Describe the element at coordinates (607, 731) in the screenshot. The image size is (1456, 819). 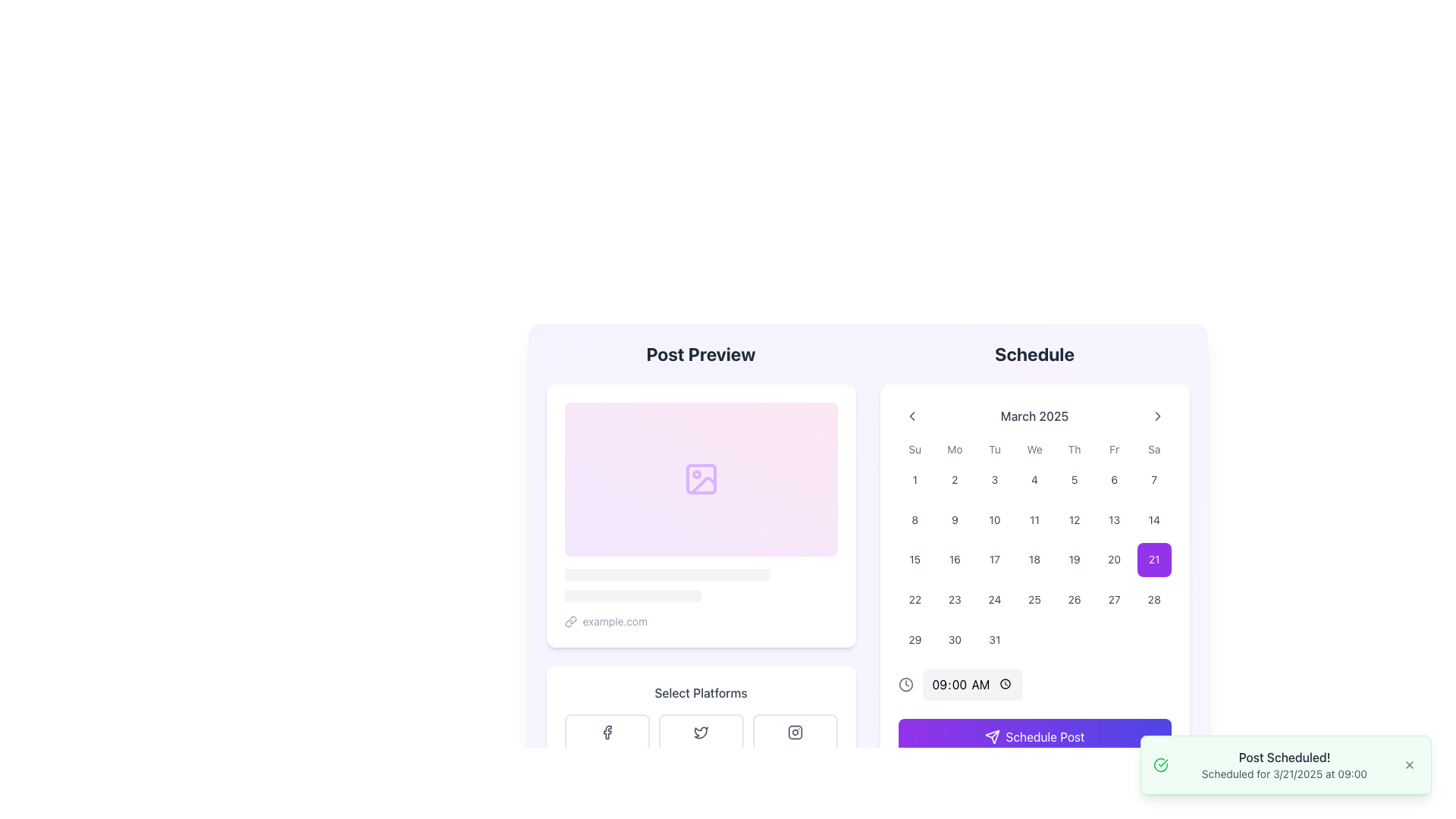
I see `the small Facebook logo icon in the 'Select Platforms' section located below the 'Post Preview' area for informational purposes` at that location.